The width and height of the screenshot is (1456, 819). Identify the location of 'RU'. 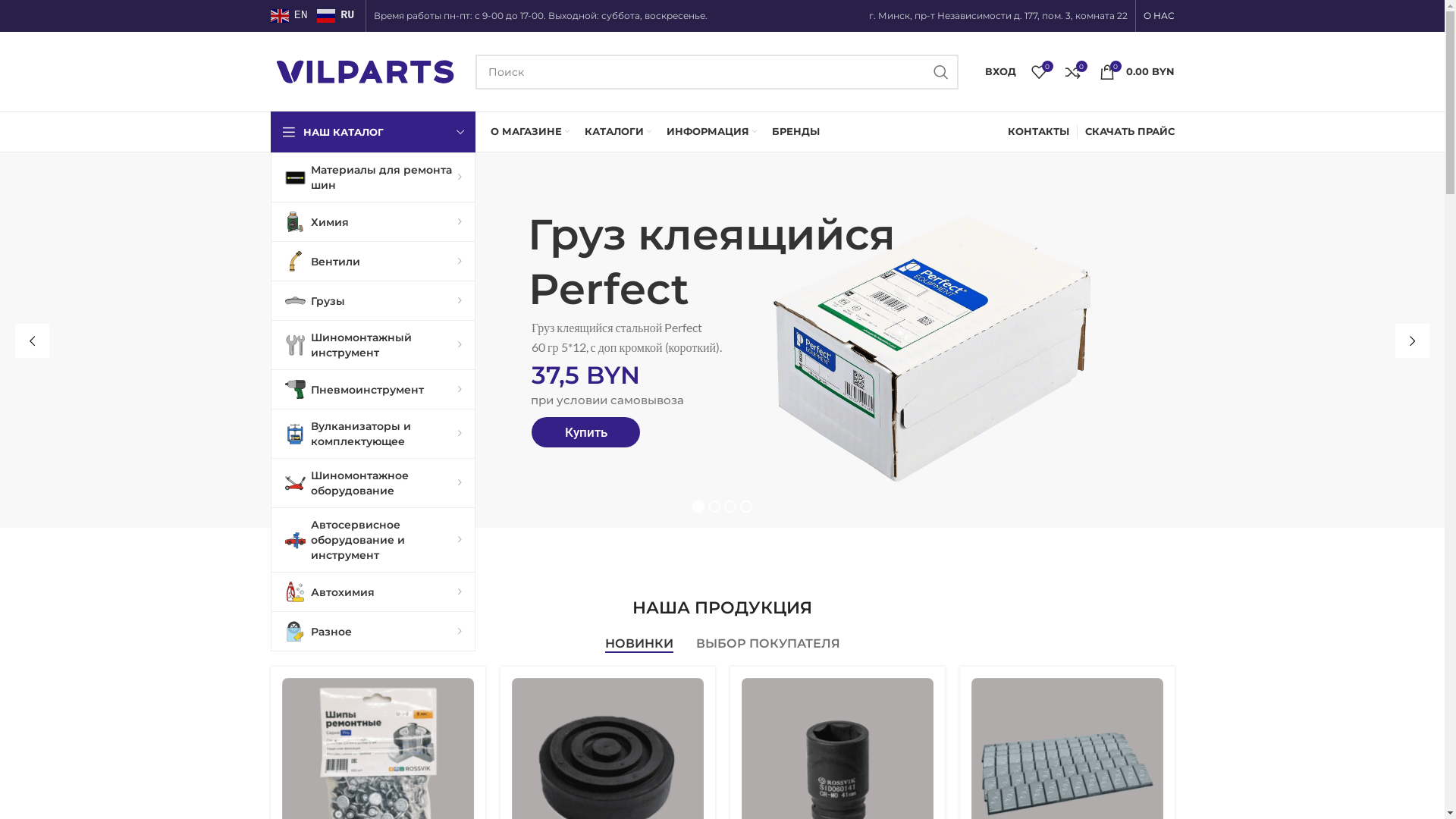
(315, 15).